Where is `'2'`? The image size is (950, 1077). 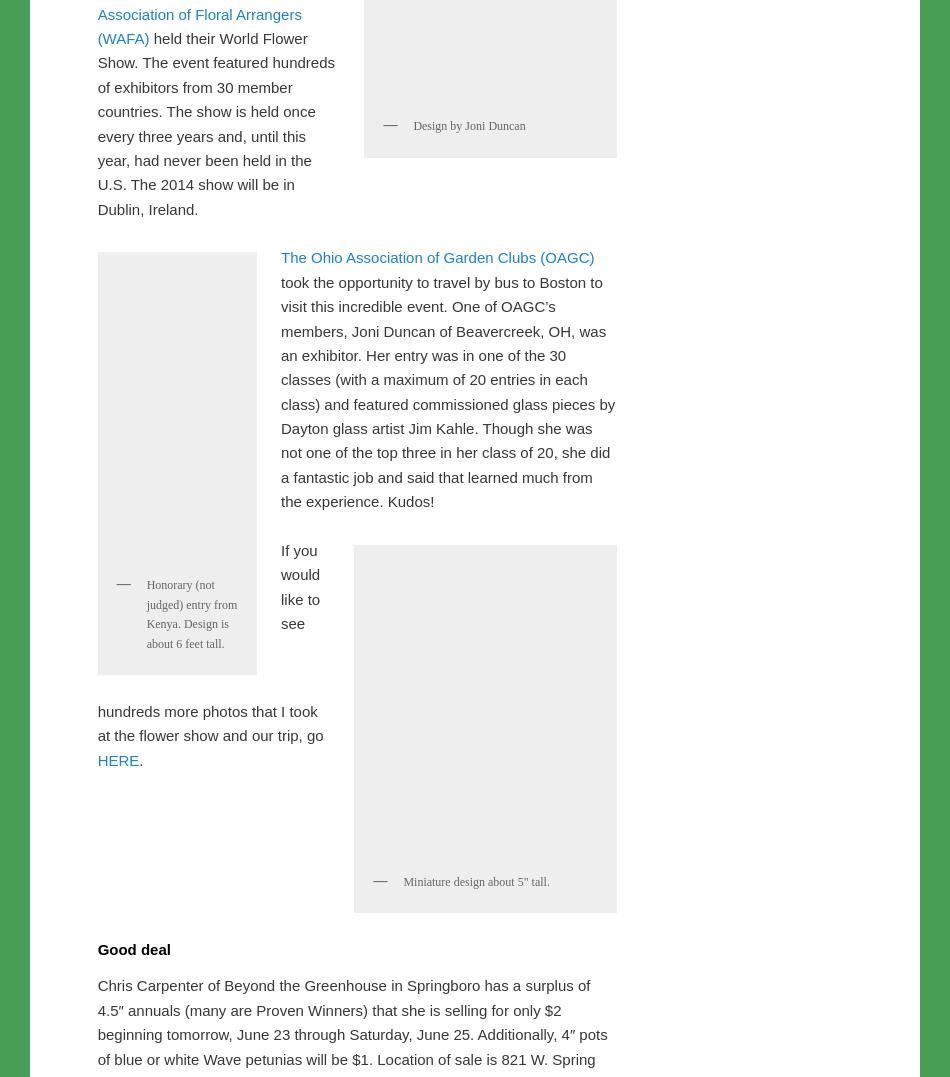
'2' is located at coordinates (312, 37).